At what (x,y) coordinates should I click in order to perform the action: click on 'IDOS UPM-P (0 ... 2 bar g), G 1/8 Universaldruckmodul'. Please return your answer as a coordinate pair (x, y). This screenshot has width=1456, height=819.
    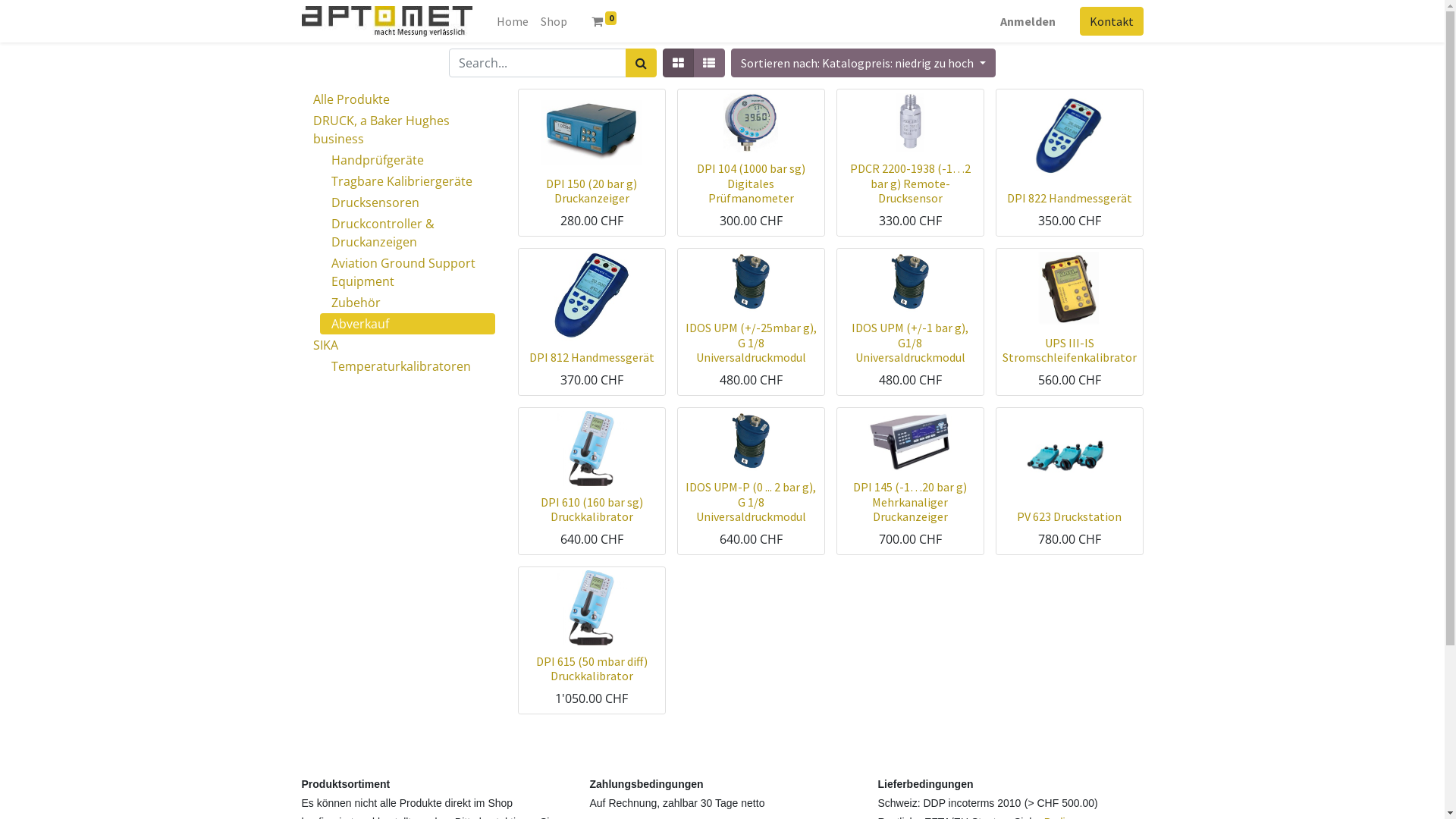
    Looking at the image, I should click on (684, 500).